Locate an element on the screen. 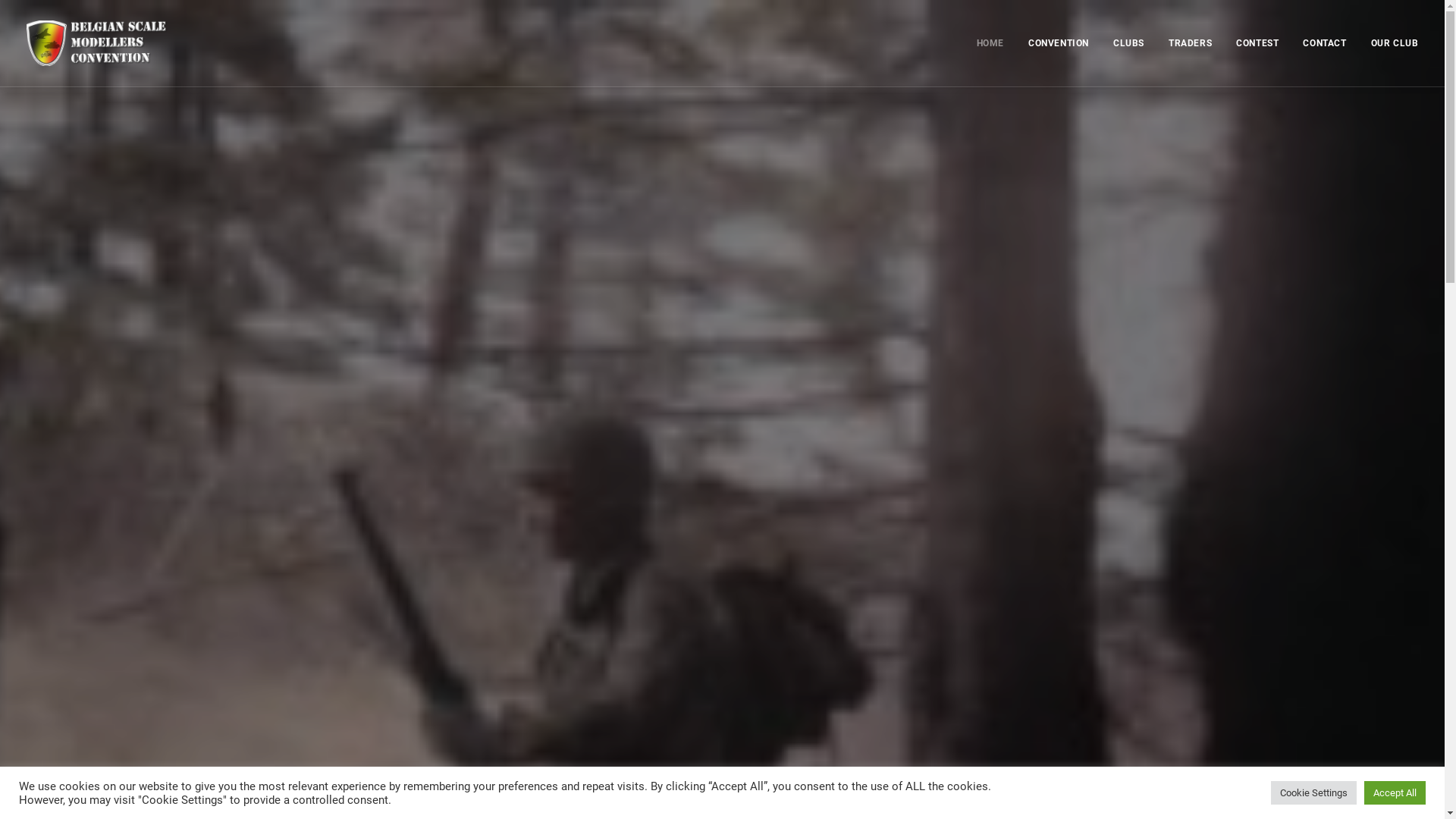 The height and width of the screenshot is (819, 1456). 'OUR CLUB' is located at coordinates (1360, 42).